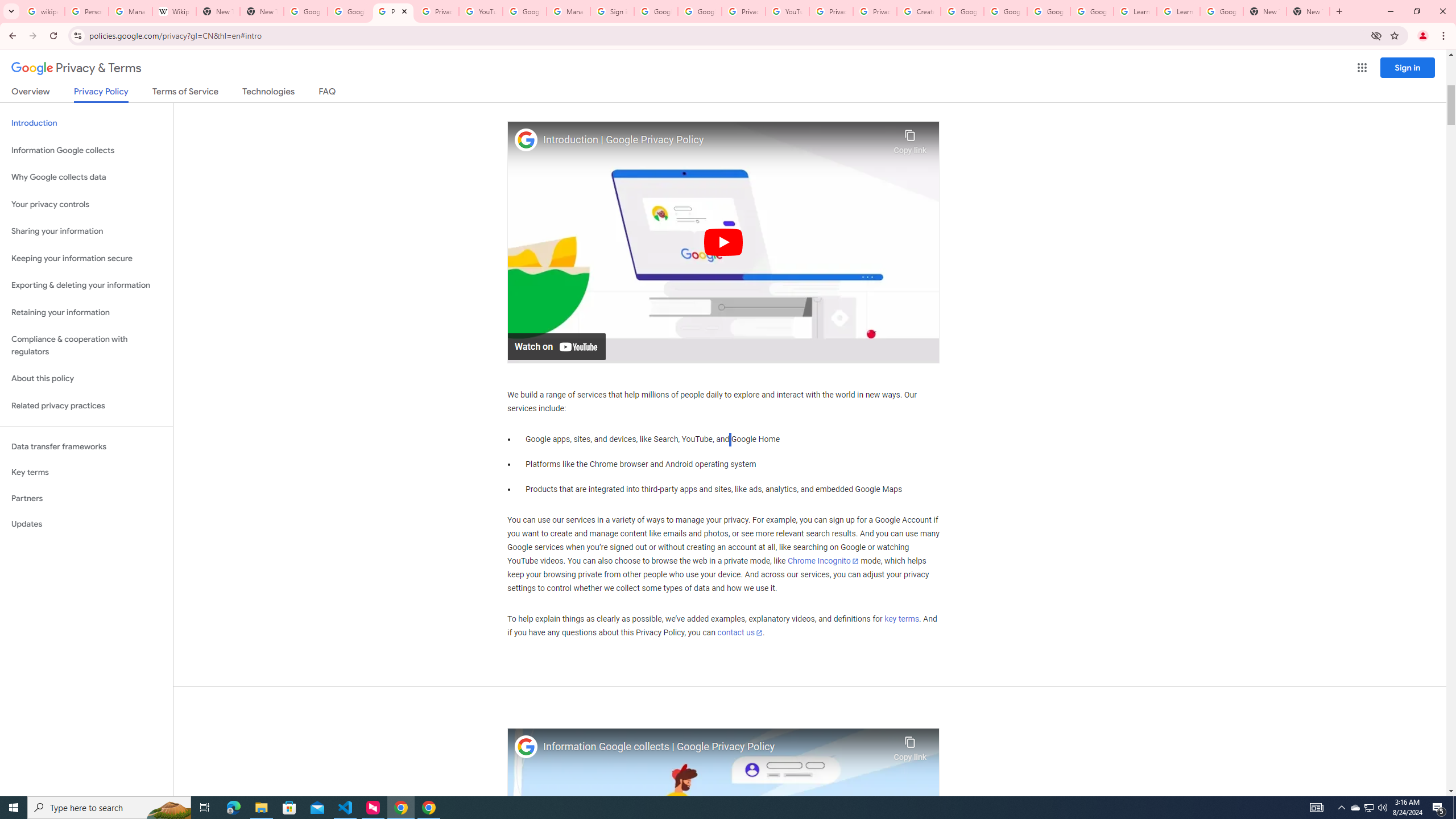  What do you see at coordinates (1048, 11) in the screenshot?
I see `'Google Account Help'` at bounding box center [1048, 11].